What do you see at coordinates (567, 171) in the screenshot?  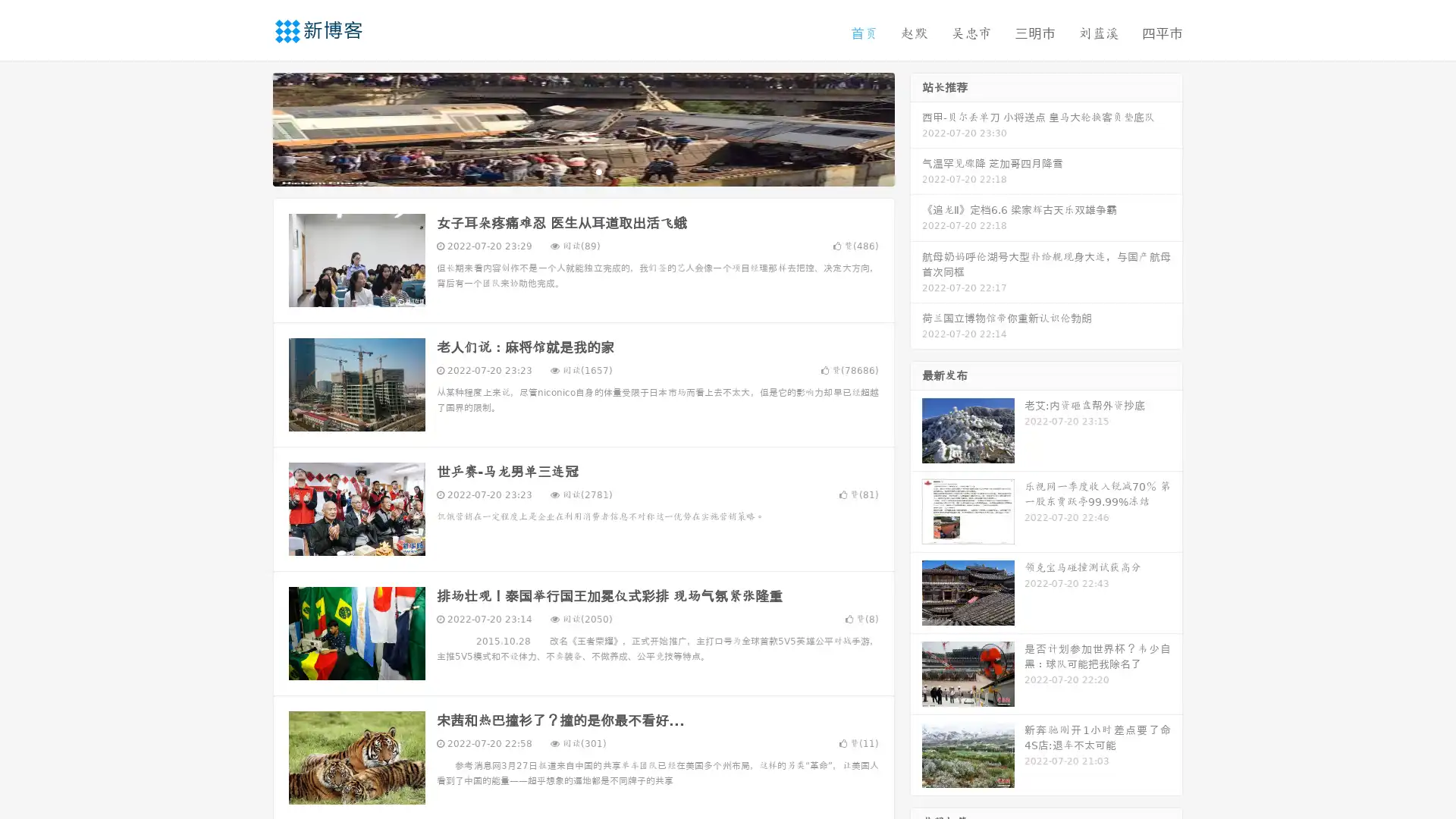 I see `Go to slide 1` at bounding box center [567, 171].